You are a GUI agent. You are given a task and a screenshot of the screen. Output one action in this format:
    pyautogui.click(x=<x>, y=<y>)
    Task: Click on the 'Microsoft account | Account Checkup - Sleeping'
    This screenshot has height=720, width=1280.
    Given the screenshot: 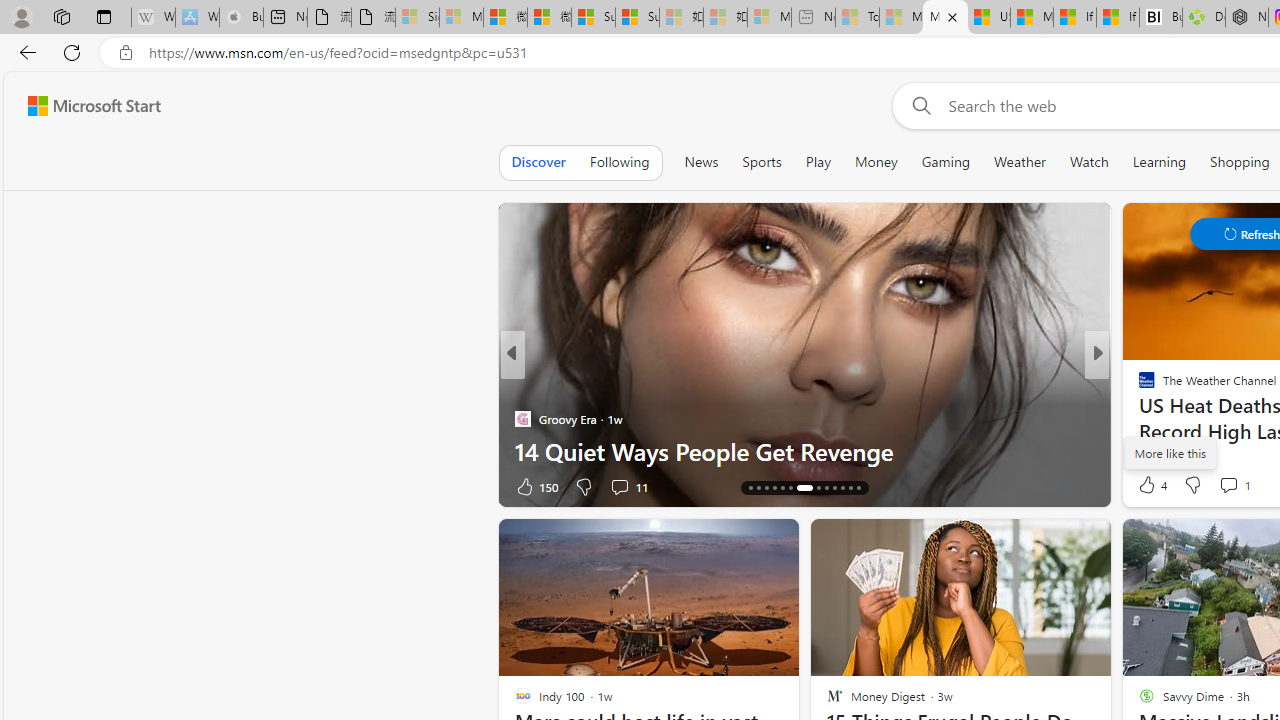 What is the action you would take?
    pyautogui.click(x=768, y=17)
    